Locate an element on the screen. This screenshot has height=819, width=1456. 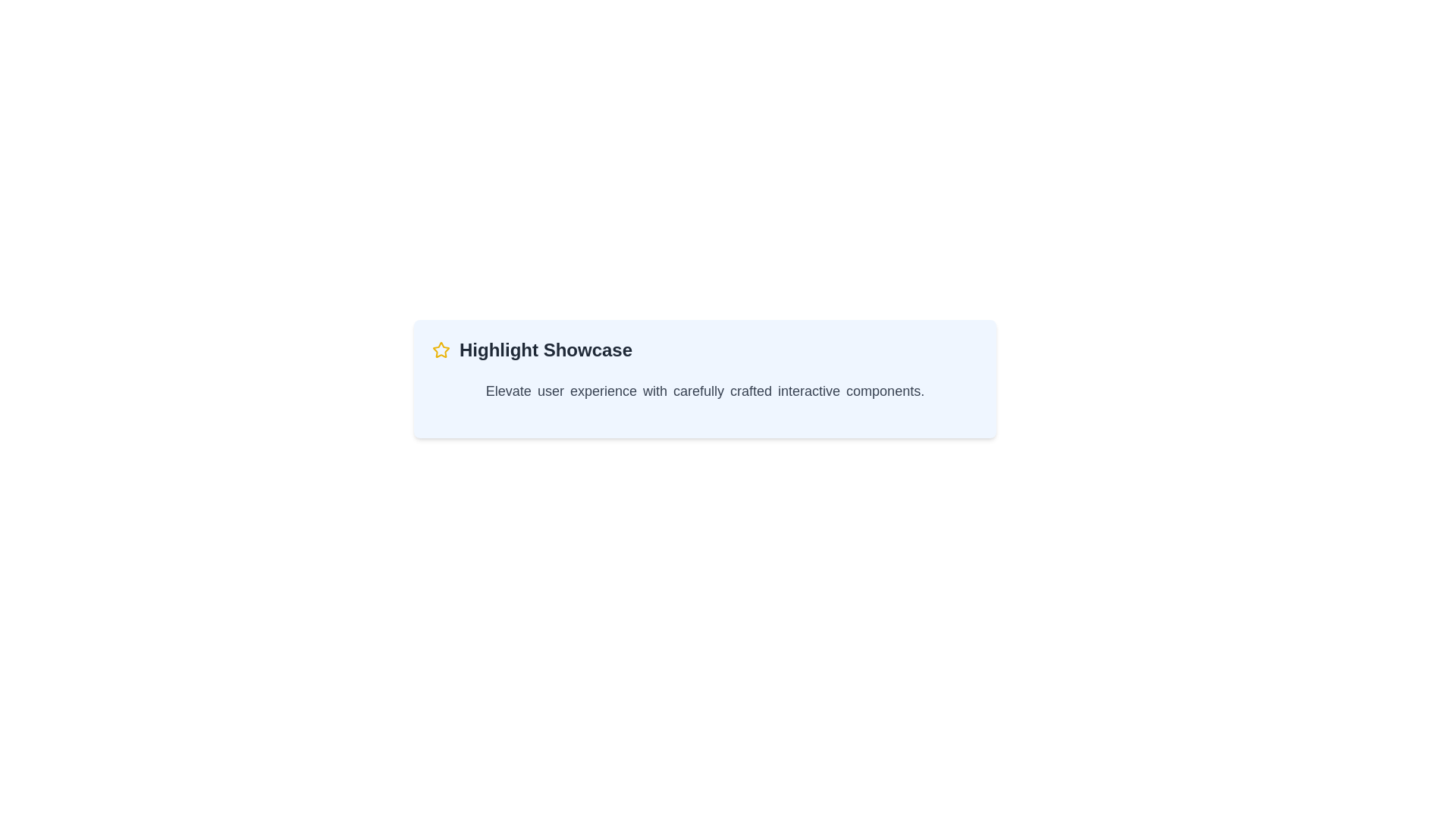
the leftmost decorative icon associated with the 'Highlight Showcase' heading, which enhances the visual appeal of the text is located at coordinates (440, 350).